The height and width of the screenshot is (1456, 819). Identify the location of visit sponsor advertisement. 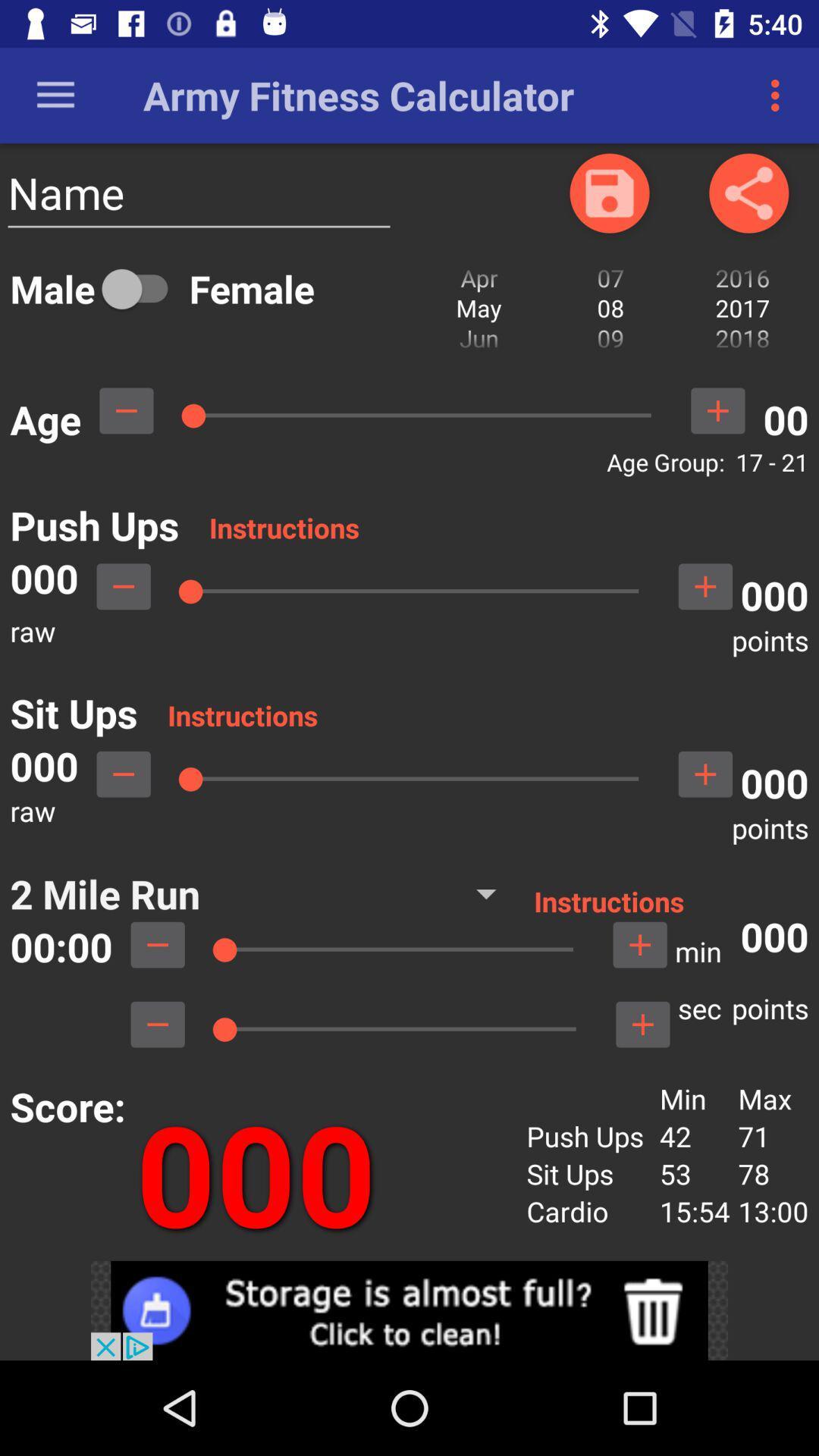
(409, 1310).